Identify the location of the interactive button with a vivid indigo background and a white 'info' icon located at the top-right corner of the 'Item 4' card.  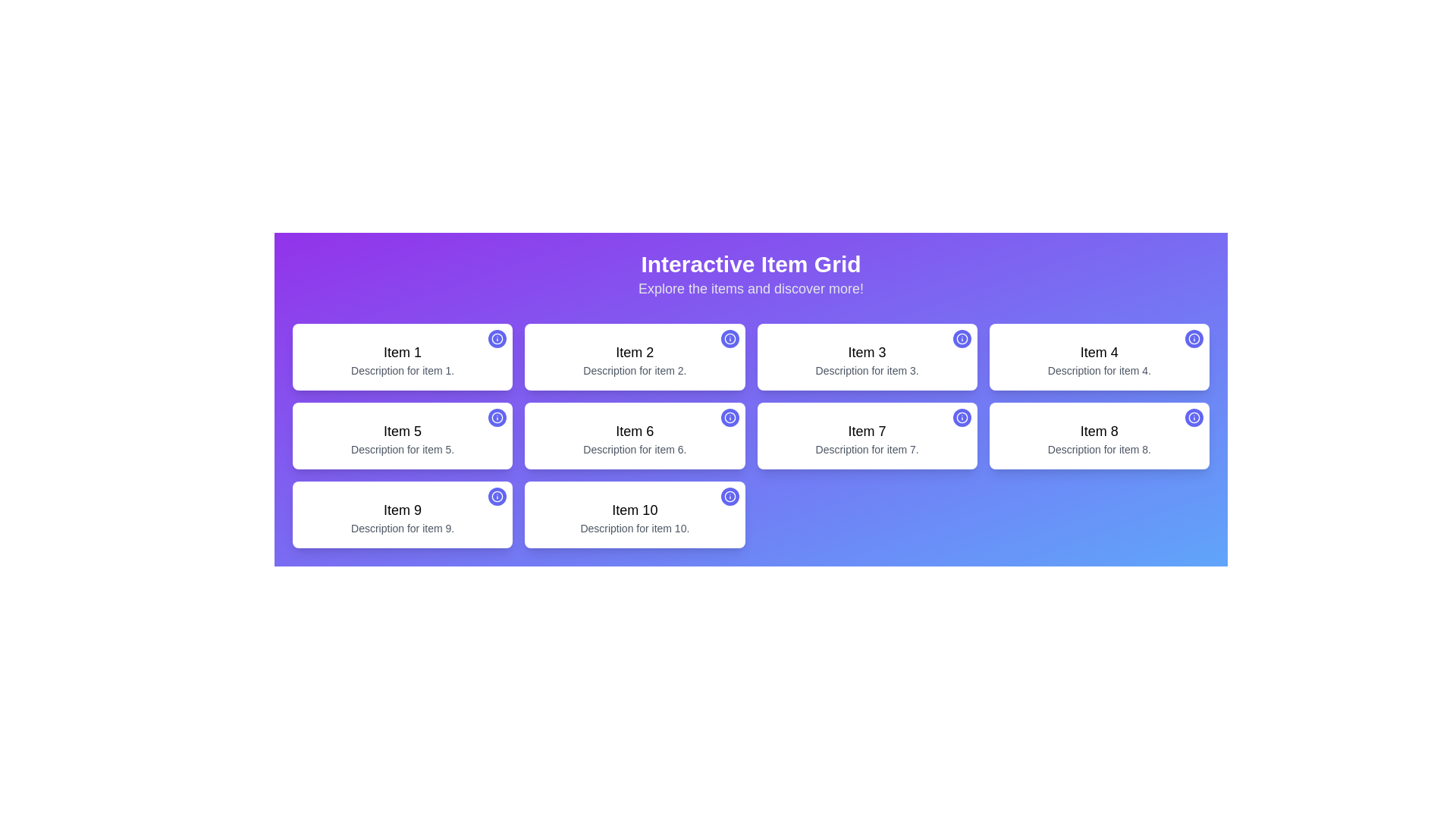
(1193, 338).